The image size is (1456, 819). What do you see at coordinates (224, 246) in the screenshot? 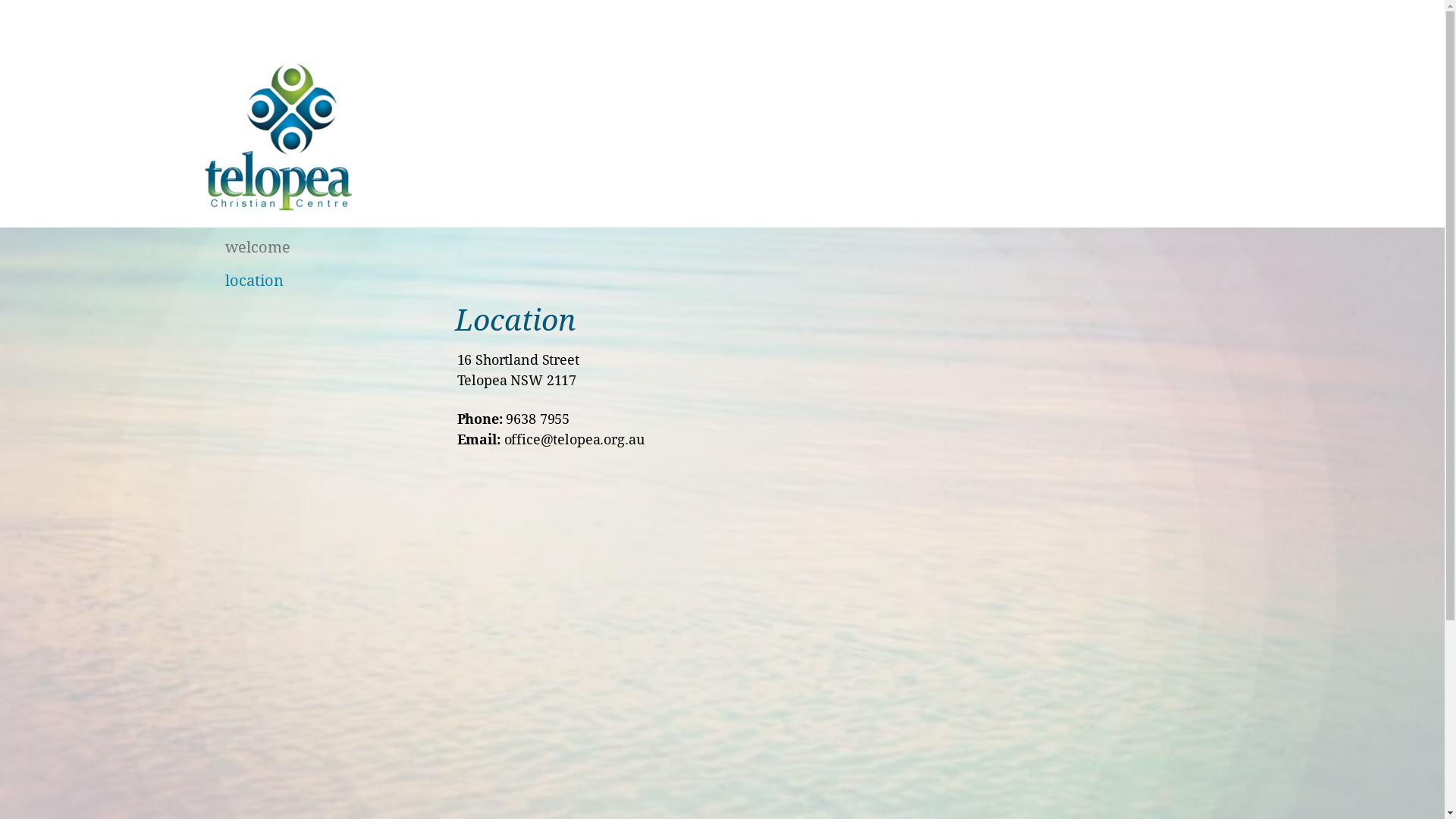
I see `'welcome'` at bounding box center [224, 246].